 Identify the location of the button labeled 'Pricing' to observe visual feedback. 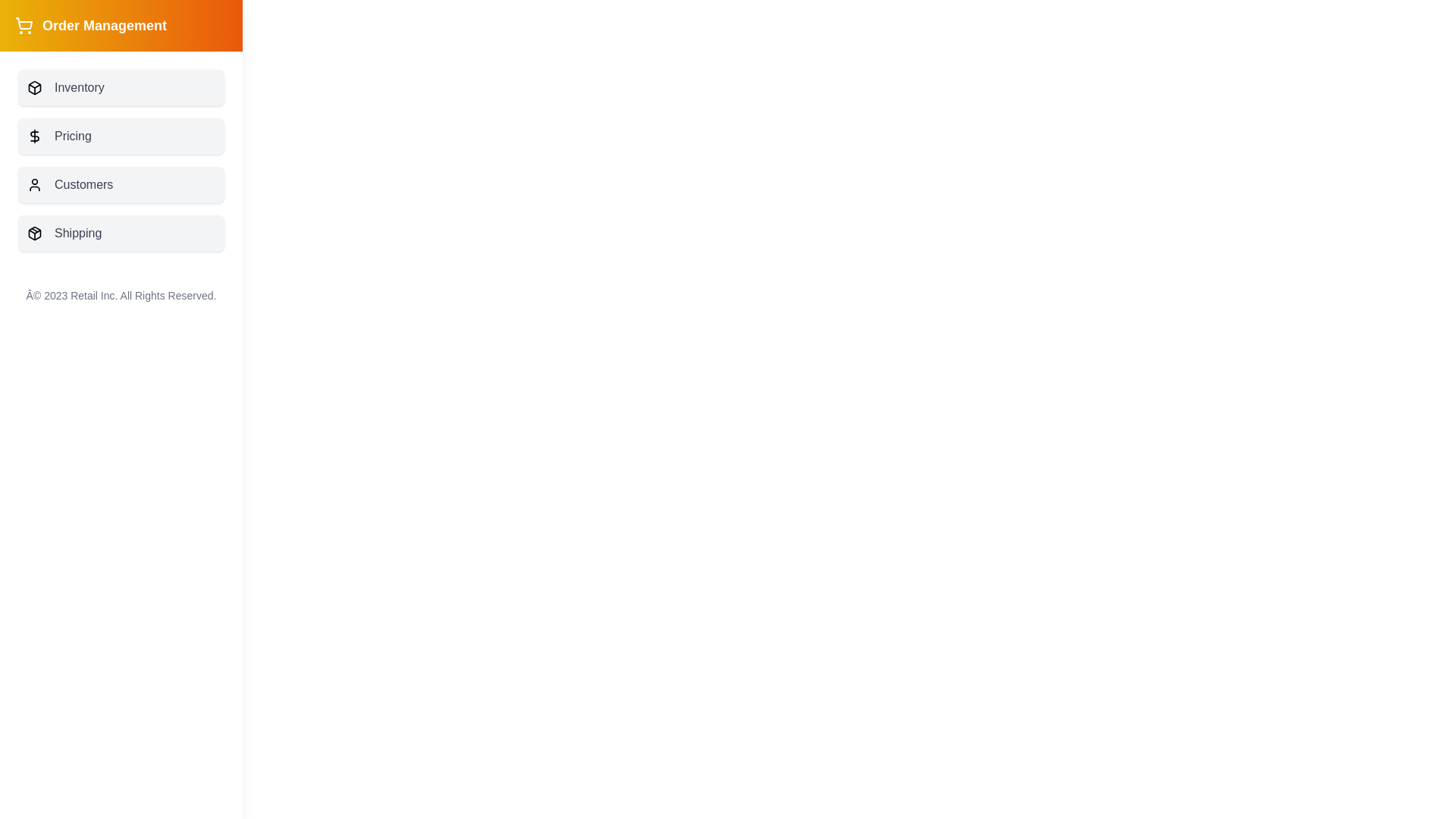
(120, 136).